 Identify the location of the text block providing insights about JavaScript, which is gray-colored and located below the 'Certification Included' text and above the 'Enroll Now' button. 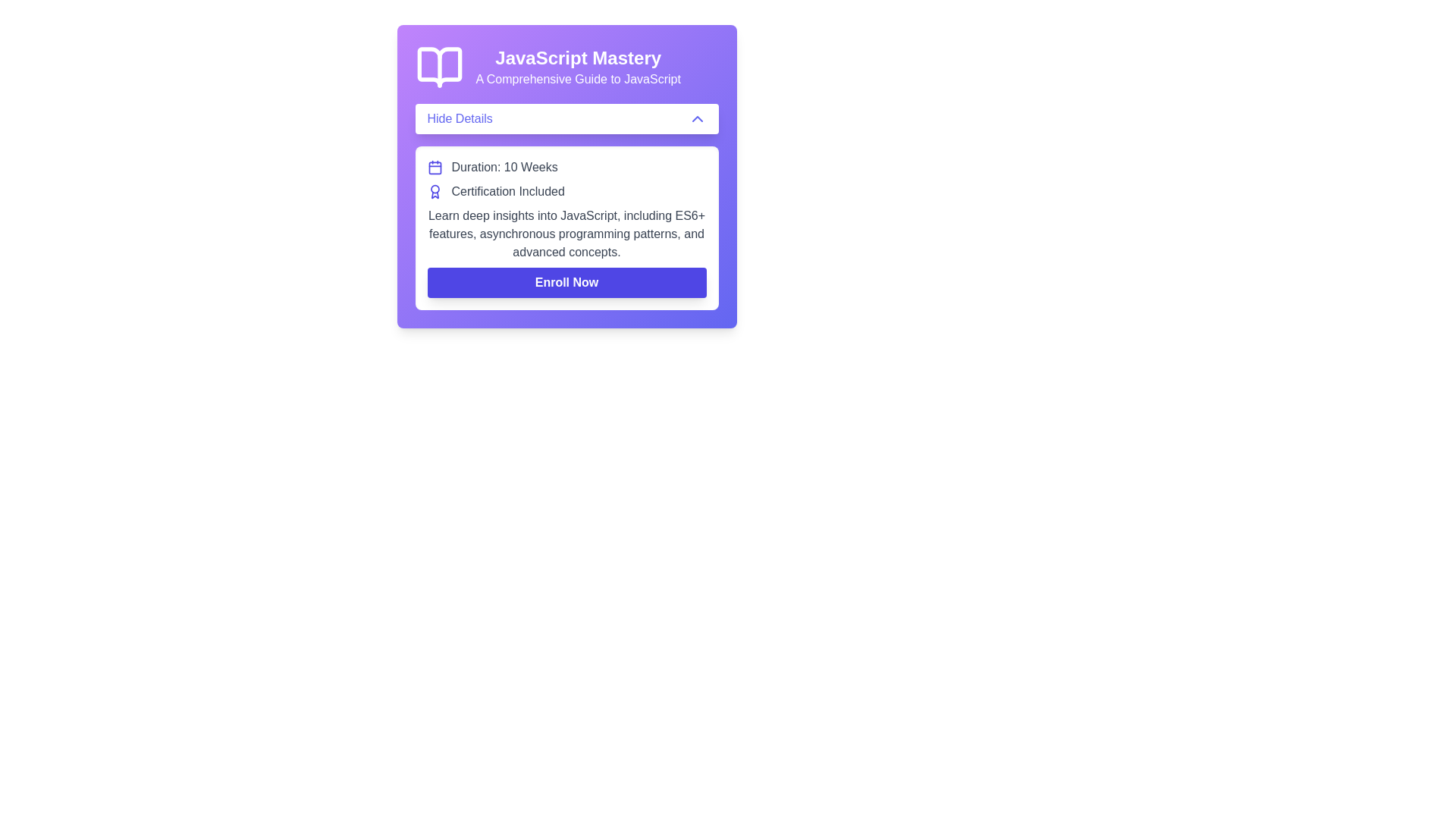
(566, 234).